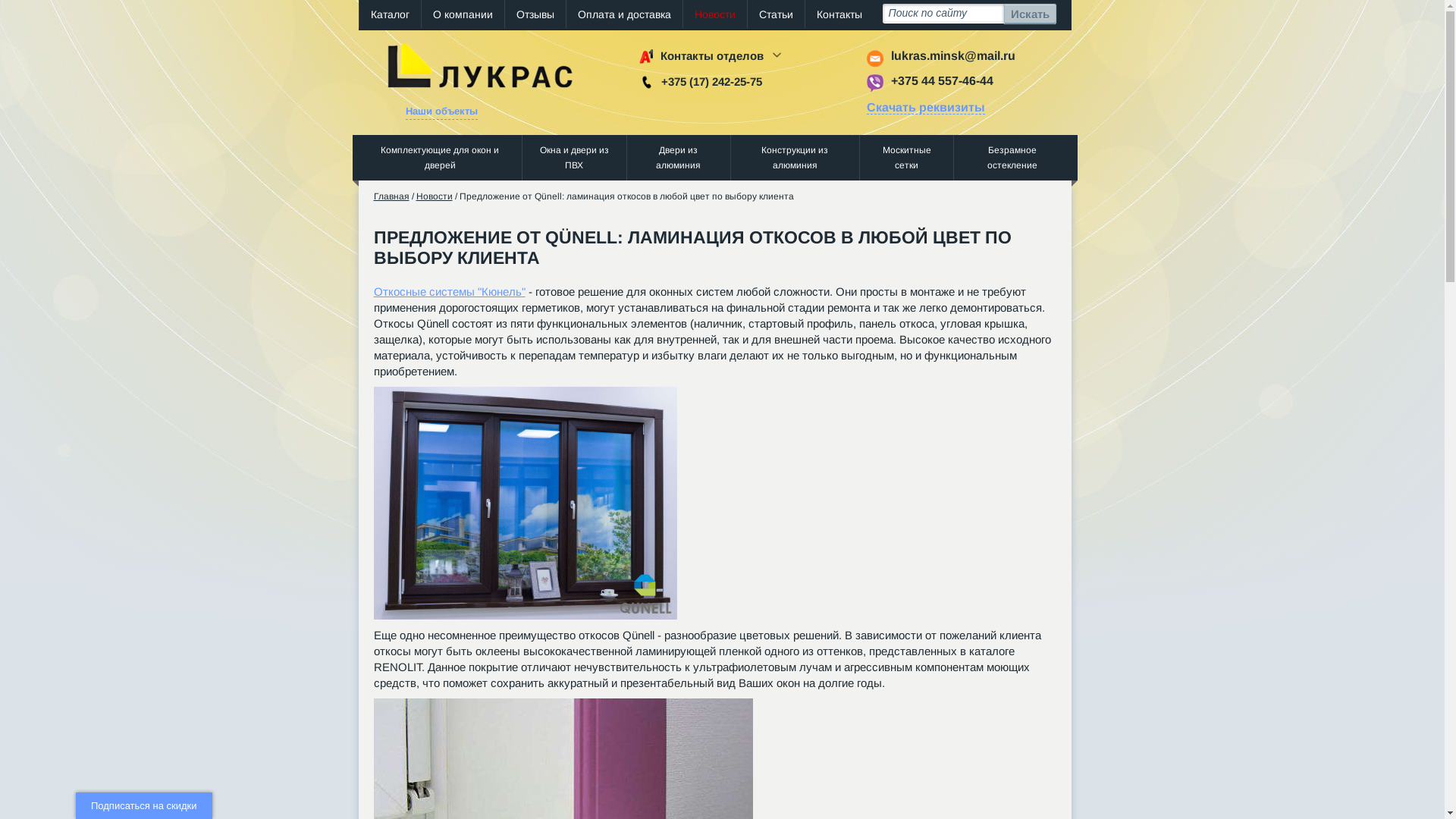 This screenshot has width=1456, height=819. Describe the element at coordinates (952, 55) in the screenshot. I see `'lukras.minsk@mail.ru'` at that location.